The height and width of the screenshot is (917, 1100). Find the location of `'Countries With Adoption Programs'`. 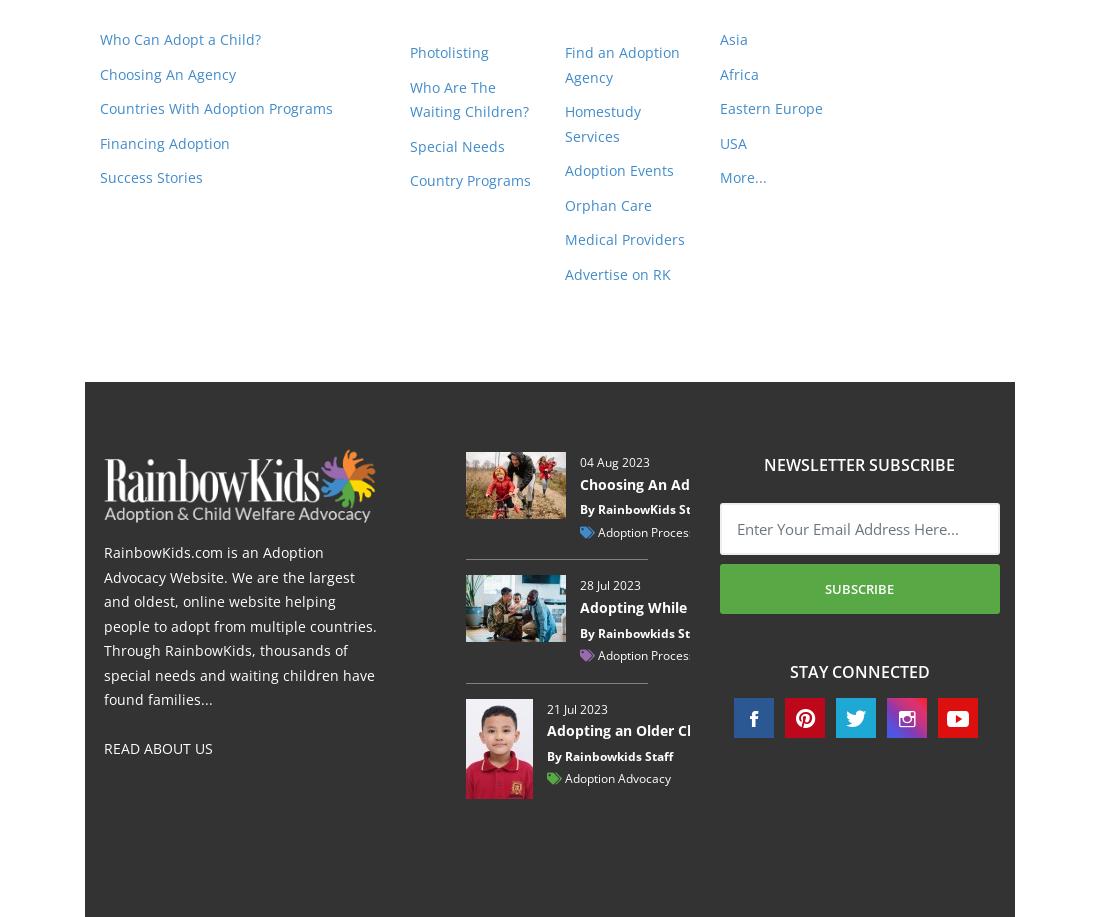

'Countries With Adoption Programs' is located at coordinates (216, 107).